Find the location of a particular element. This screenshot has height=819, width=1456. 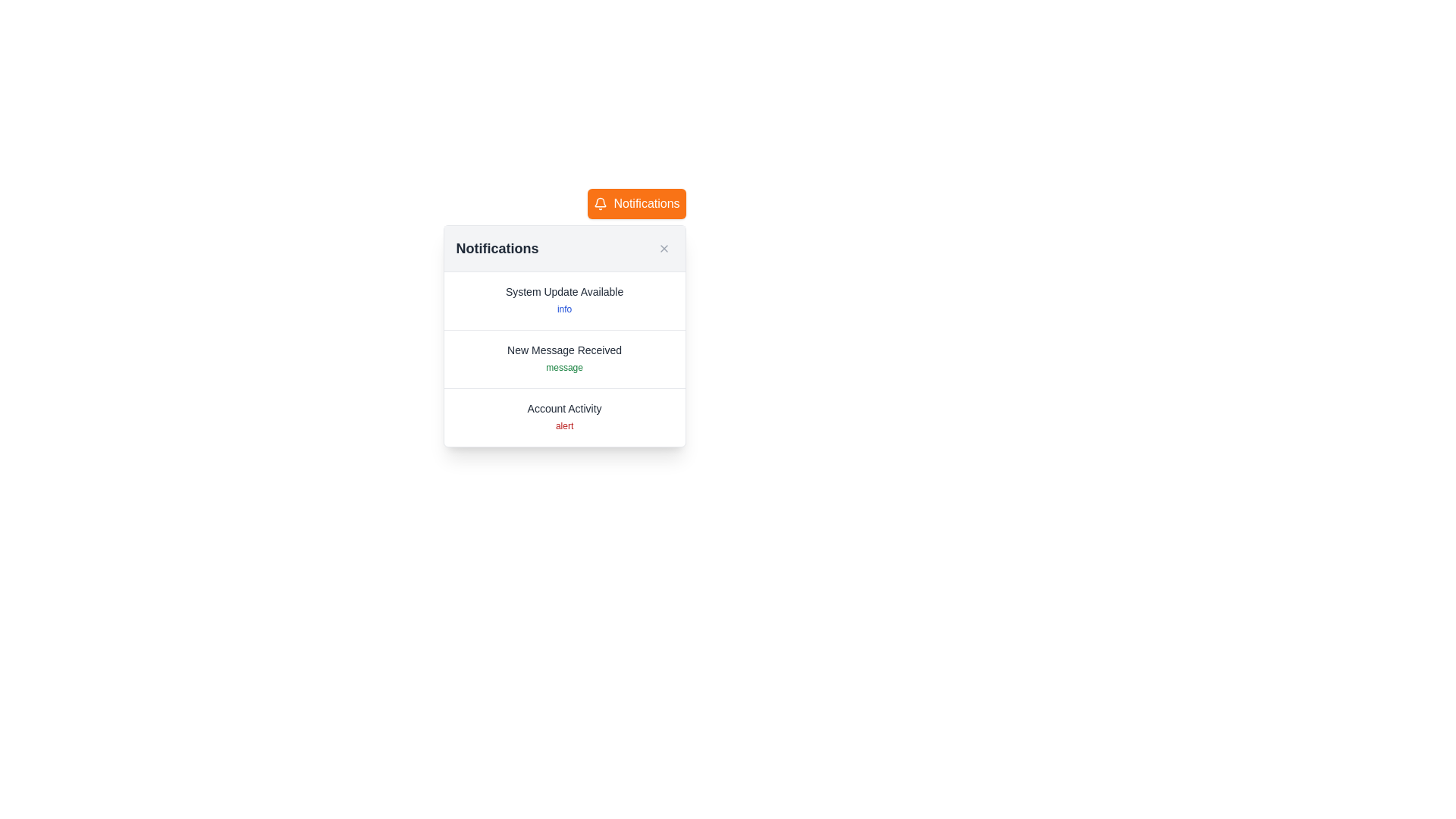

the informational Text label located under the 'System Update Available' notification in the dropdown panel is located at coordinates (563, 309).